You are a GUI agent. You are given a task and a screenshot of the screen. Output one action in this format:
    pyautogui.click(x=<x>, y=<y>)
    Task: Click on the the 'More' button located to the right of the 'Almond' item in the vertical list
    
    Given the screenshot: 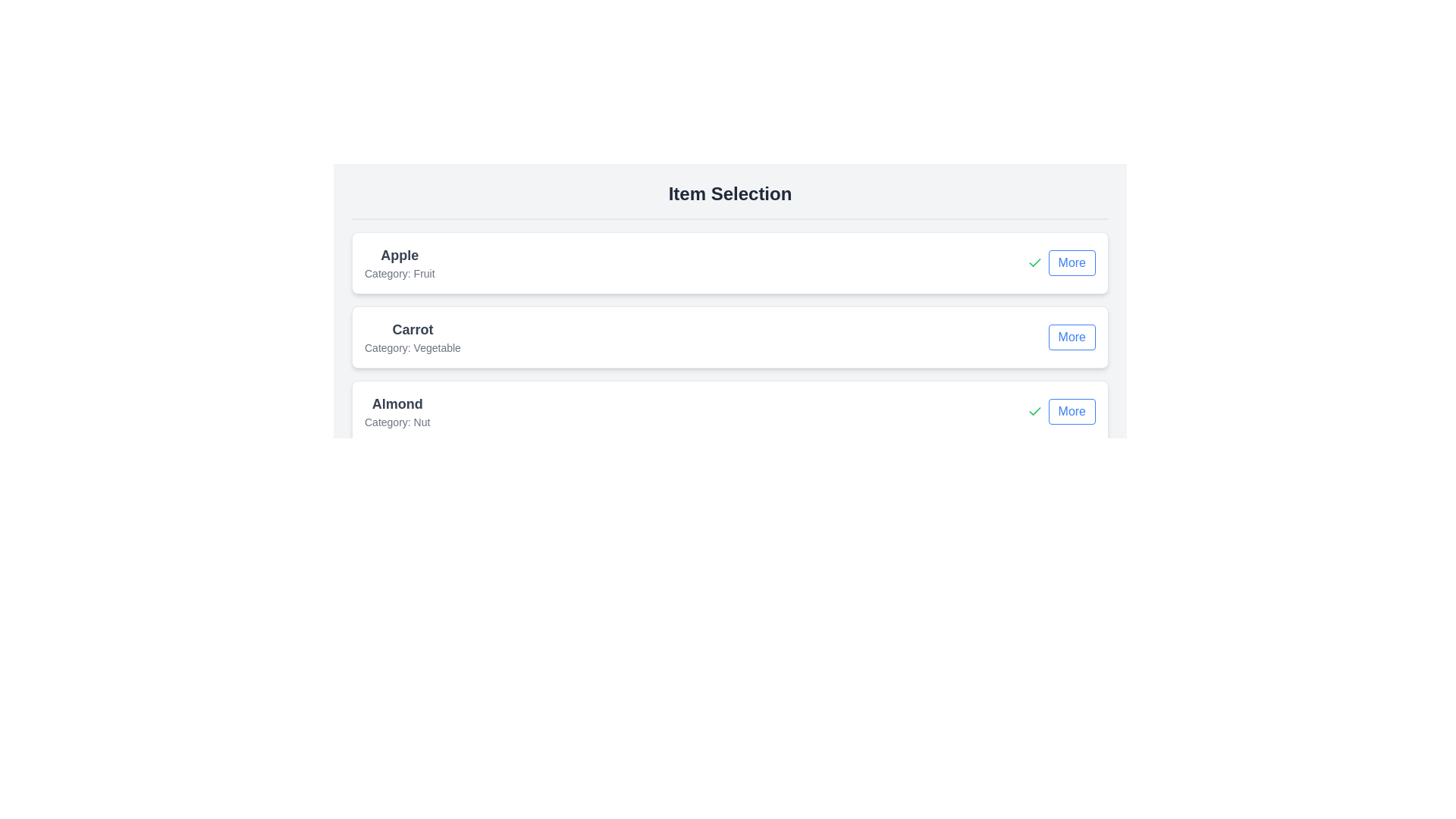 What is the action you would take?
    pyautogui.click(x=1071, y=412)
    